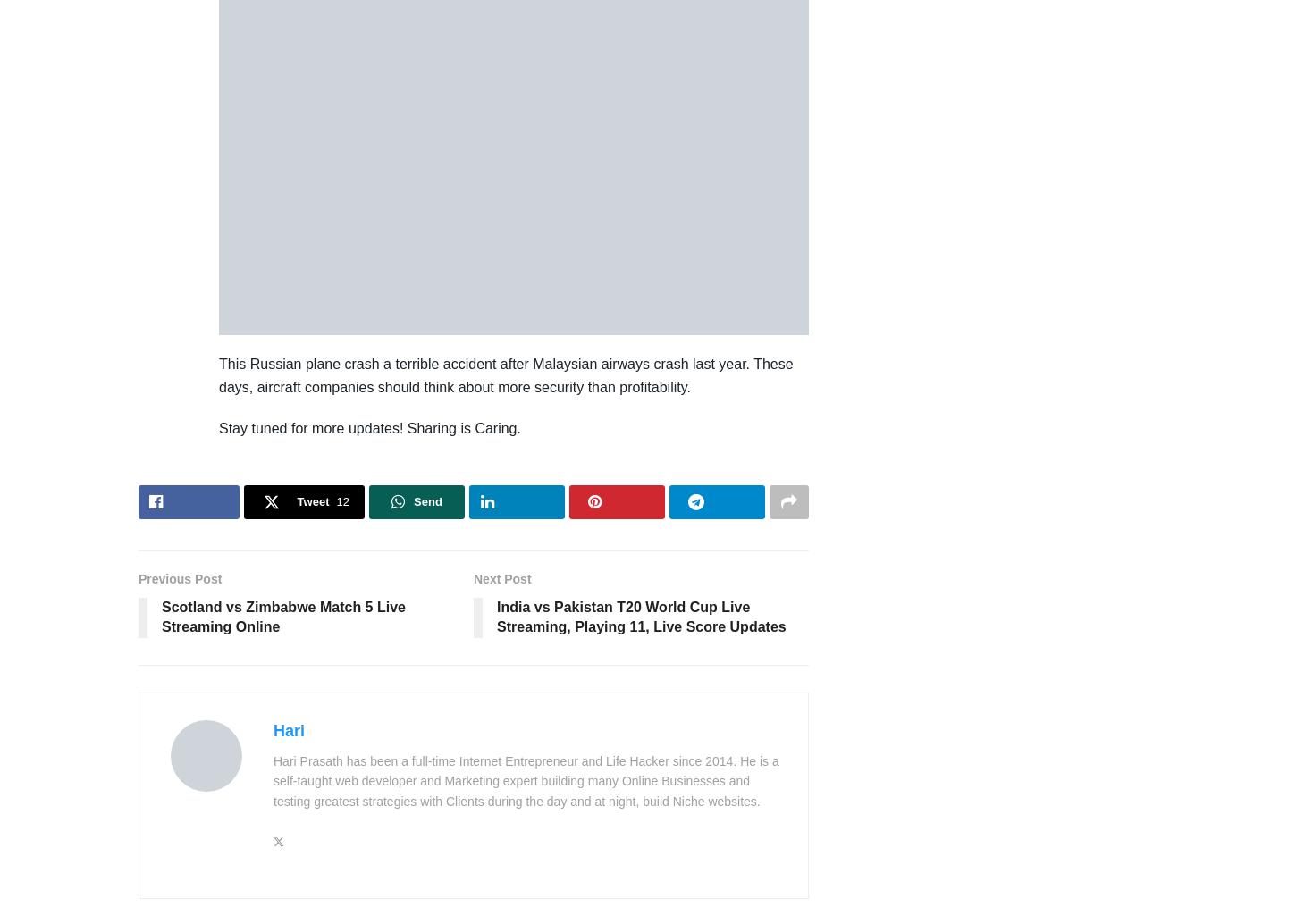  Describe the element at coordinates (273, 780) in the screenshot. I see `'Hari Prasath has been a full-time Internet Entrepreneur and Life Hacker since 2014. He is a self-taught web developer and Marketing expert building many Online Businesses and testing greatest strategies with Clients during the day and at night, build Niche websites.'` at that location.